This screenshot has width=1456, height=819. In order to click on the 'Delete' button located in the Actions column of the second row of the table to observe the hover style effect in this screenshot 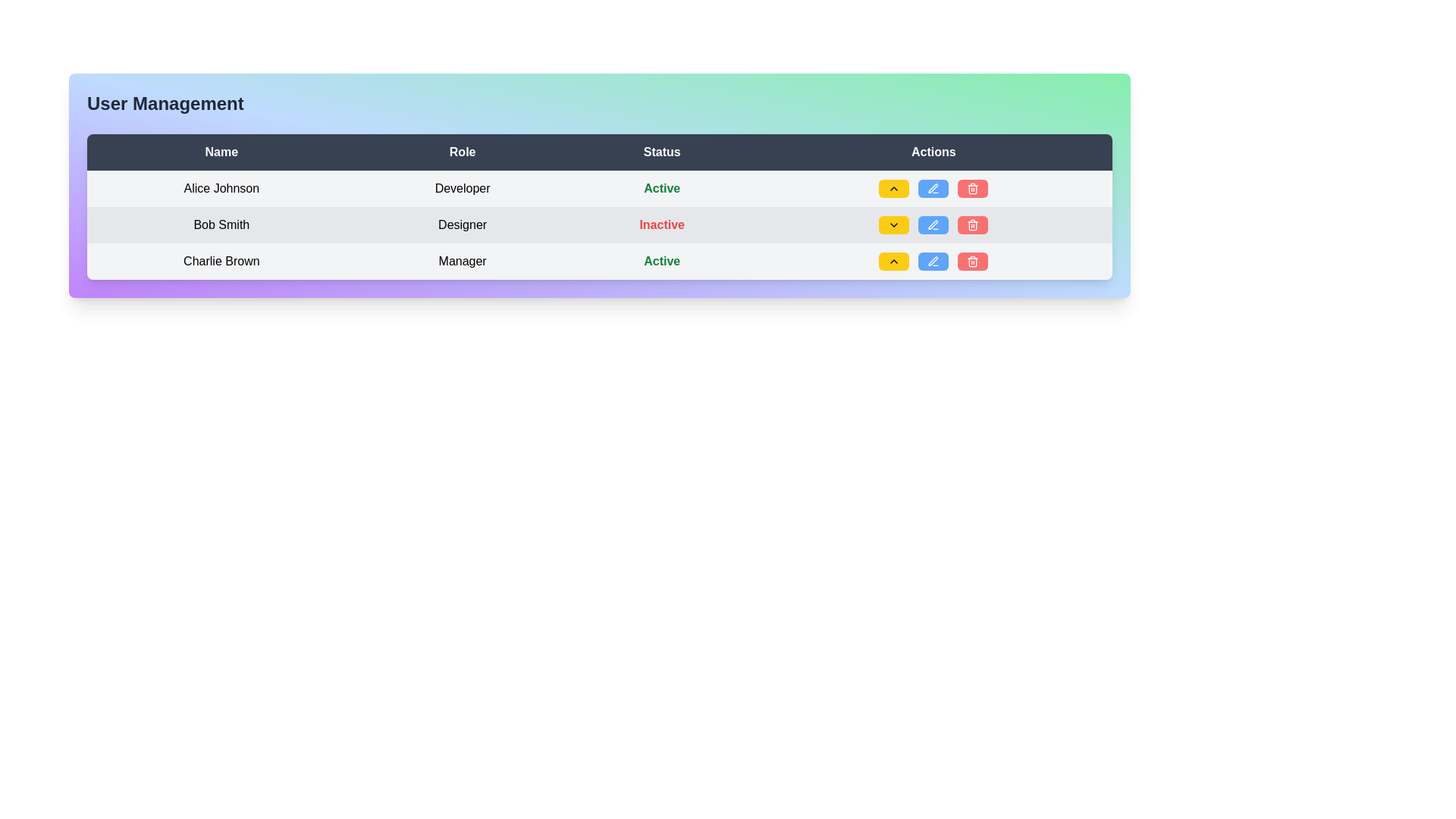, I will do `click(973, 225)`.